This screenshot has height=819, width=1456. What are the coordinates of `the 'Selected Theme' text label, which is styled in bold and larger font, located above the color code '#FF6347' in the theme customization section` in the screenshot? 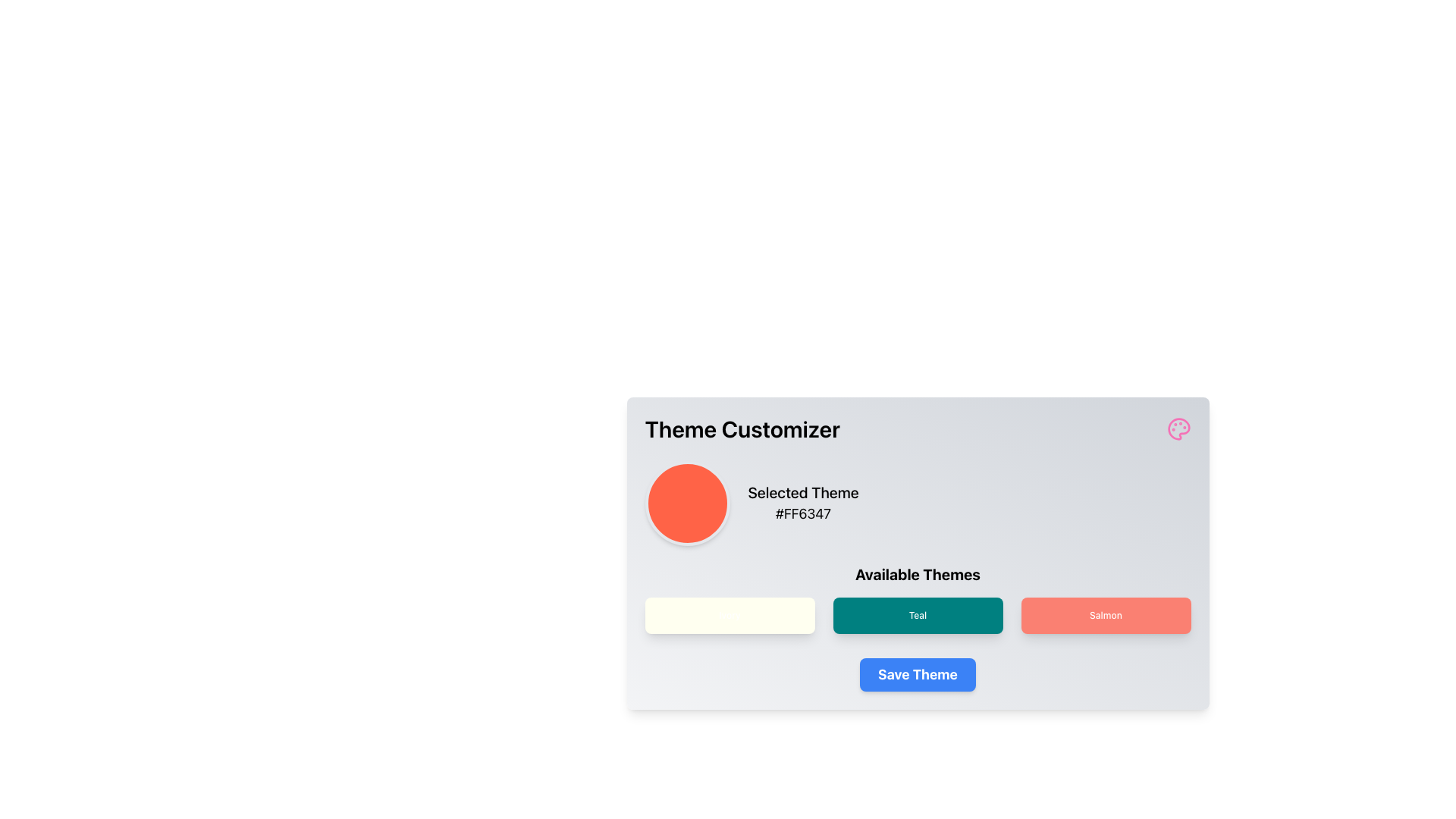 It's located at (802, 493).